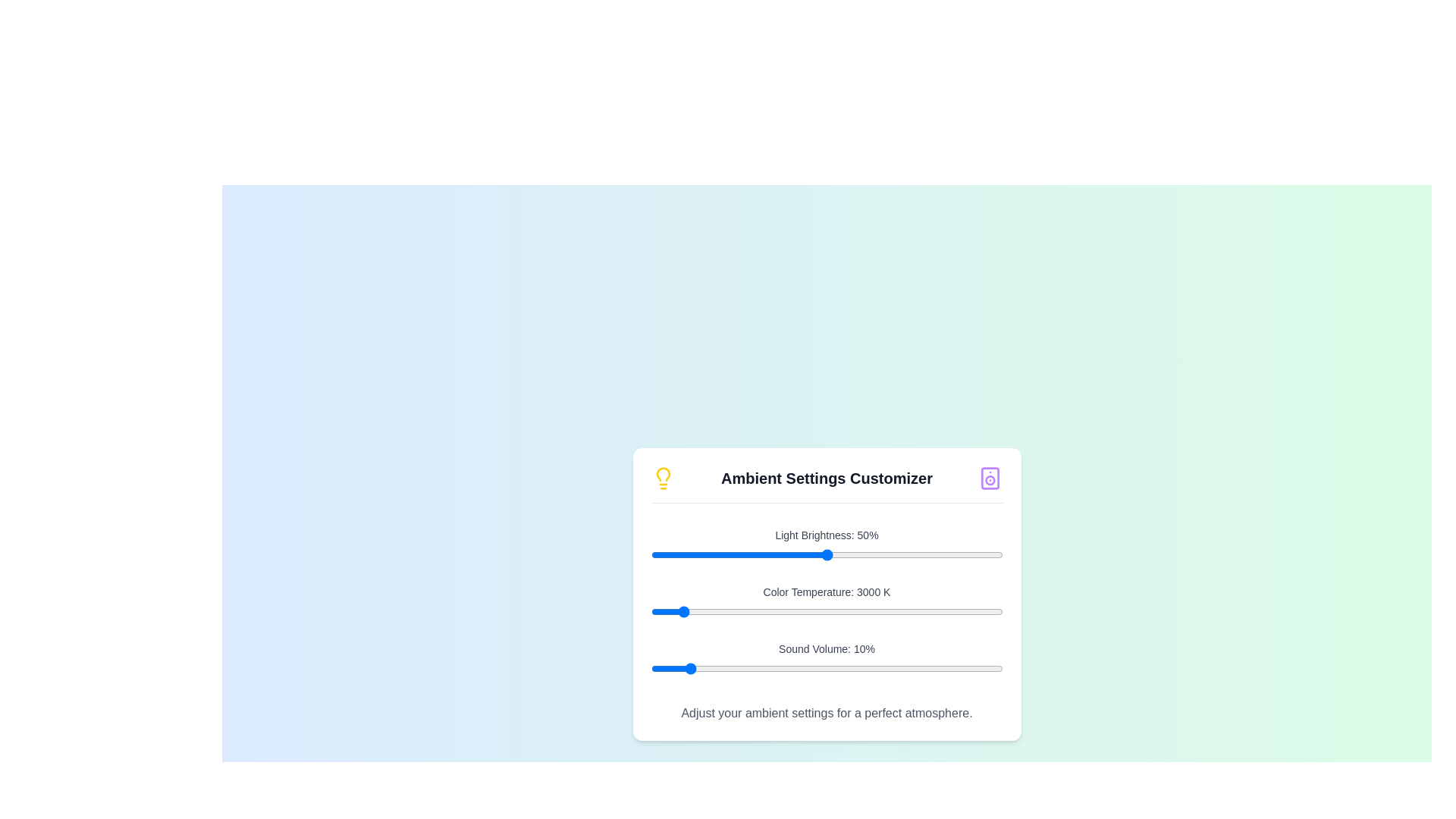 This screenshot has width=1456, height=819. What do you see at coordinates (987, 610) in the screenshot?
I see `color temperature` at bounding box center [987, 610].